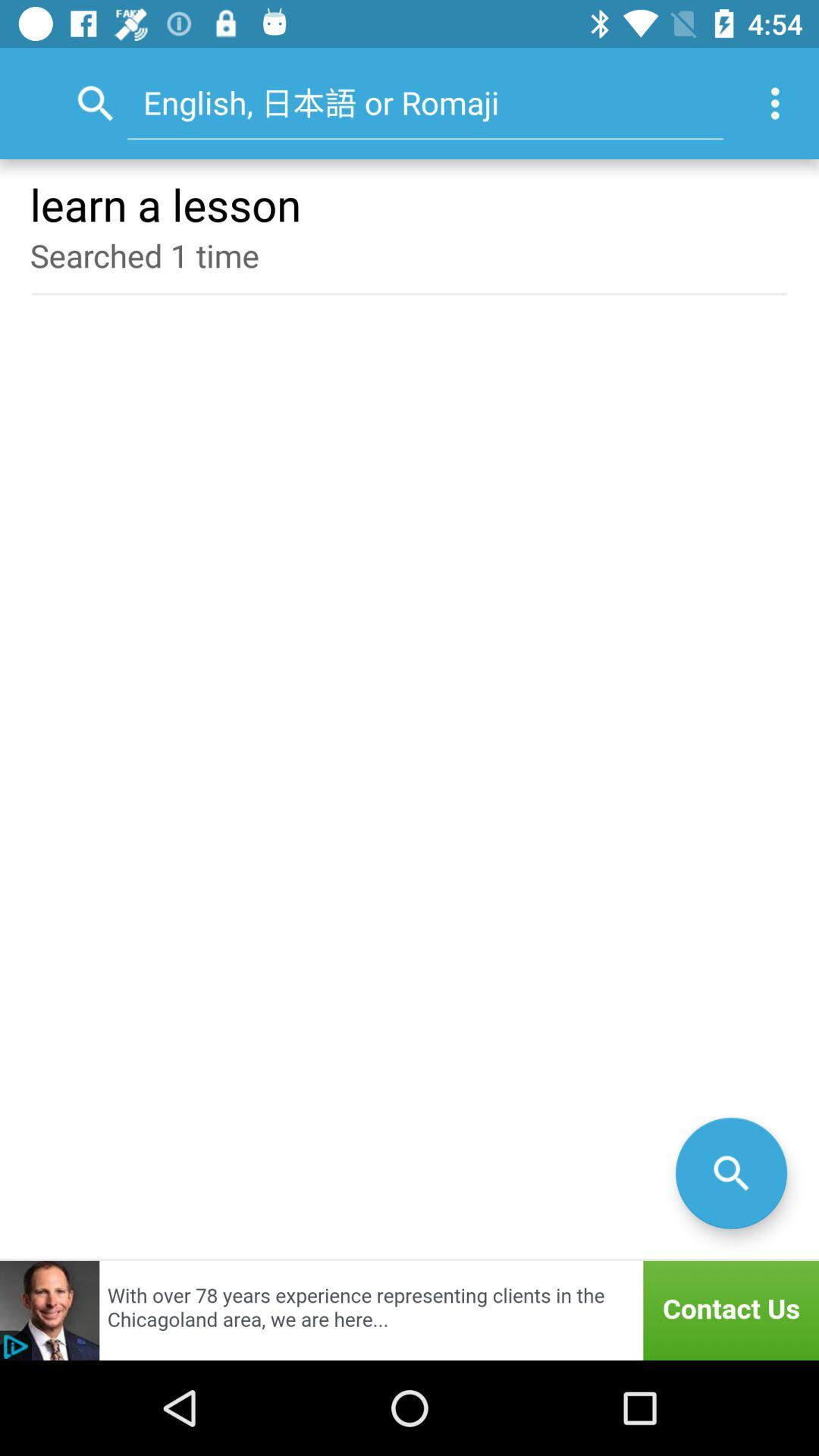 This screenshot has width=819, height=1456. I want to click on open link, so click(409, 1310).